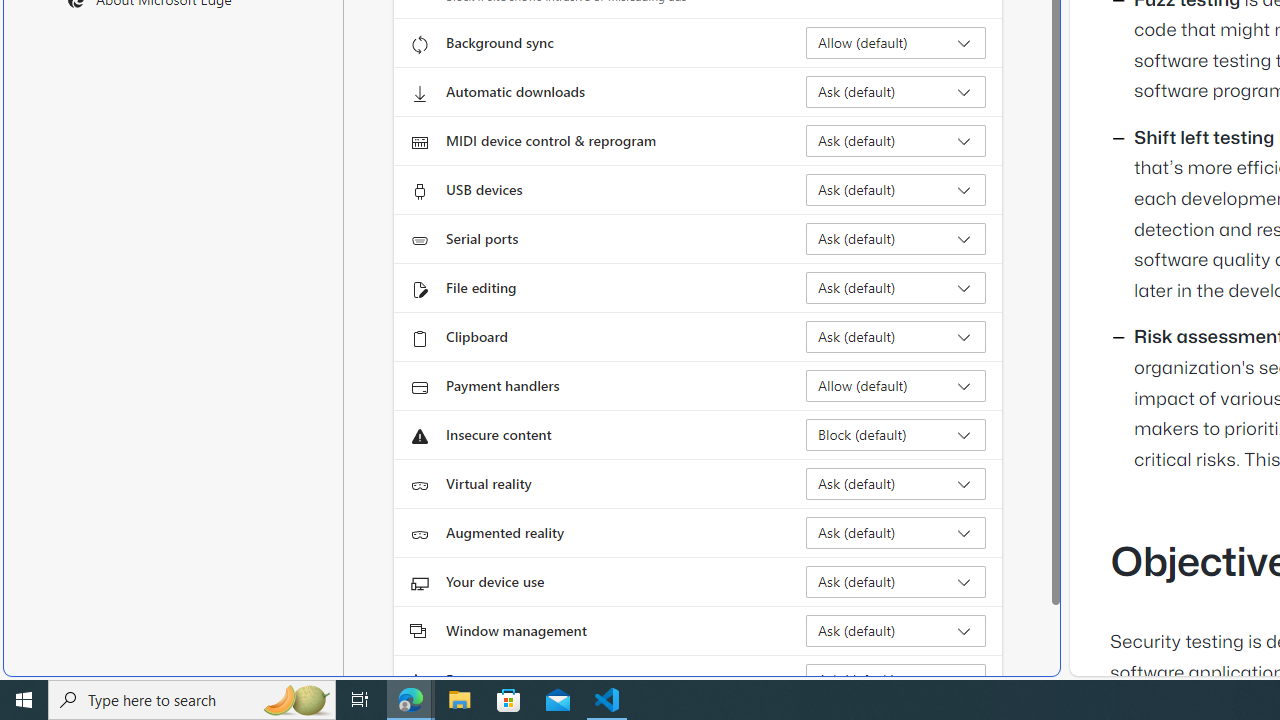  Describe the element at coordinates (895, 335) in the screenshot. I see `'Clipboard Ask (default)'` at that location.